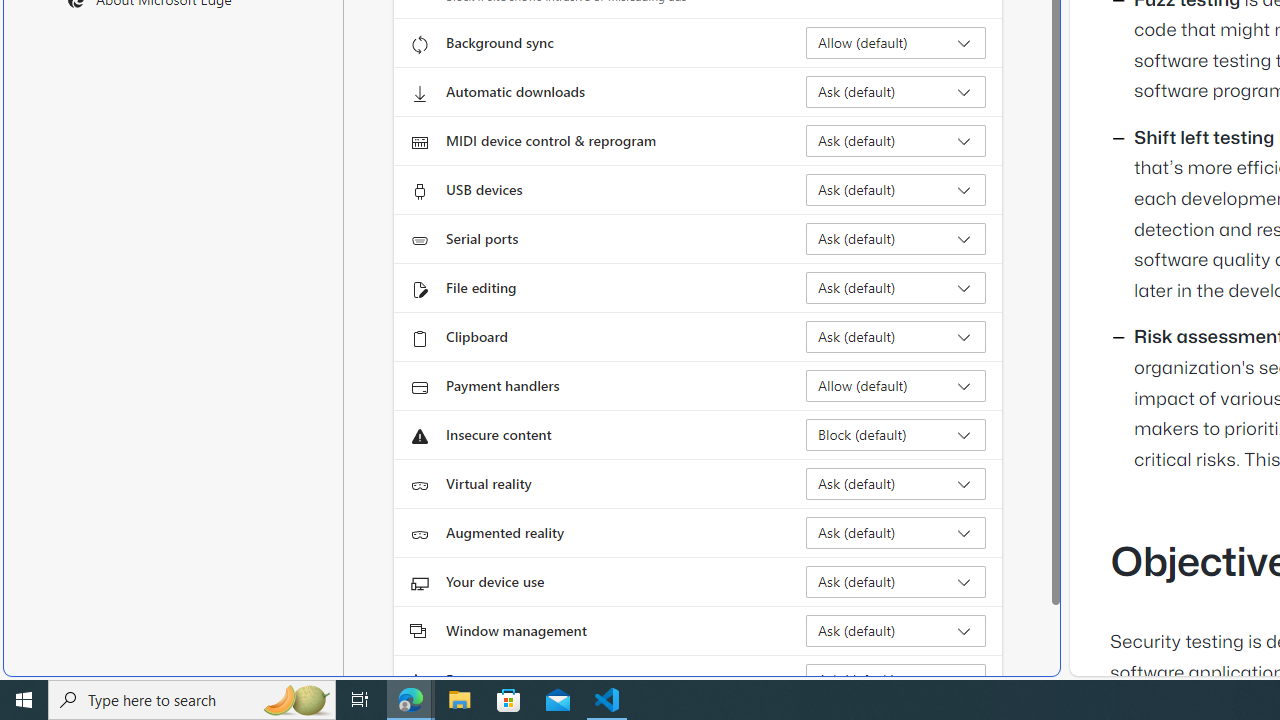  Describe the element at coordinates (895, 335) in the screenshot. I see `'Clipboard Ask (default)'` at that location.